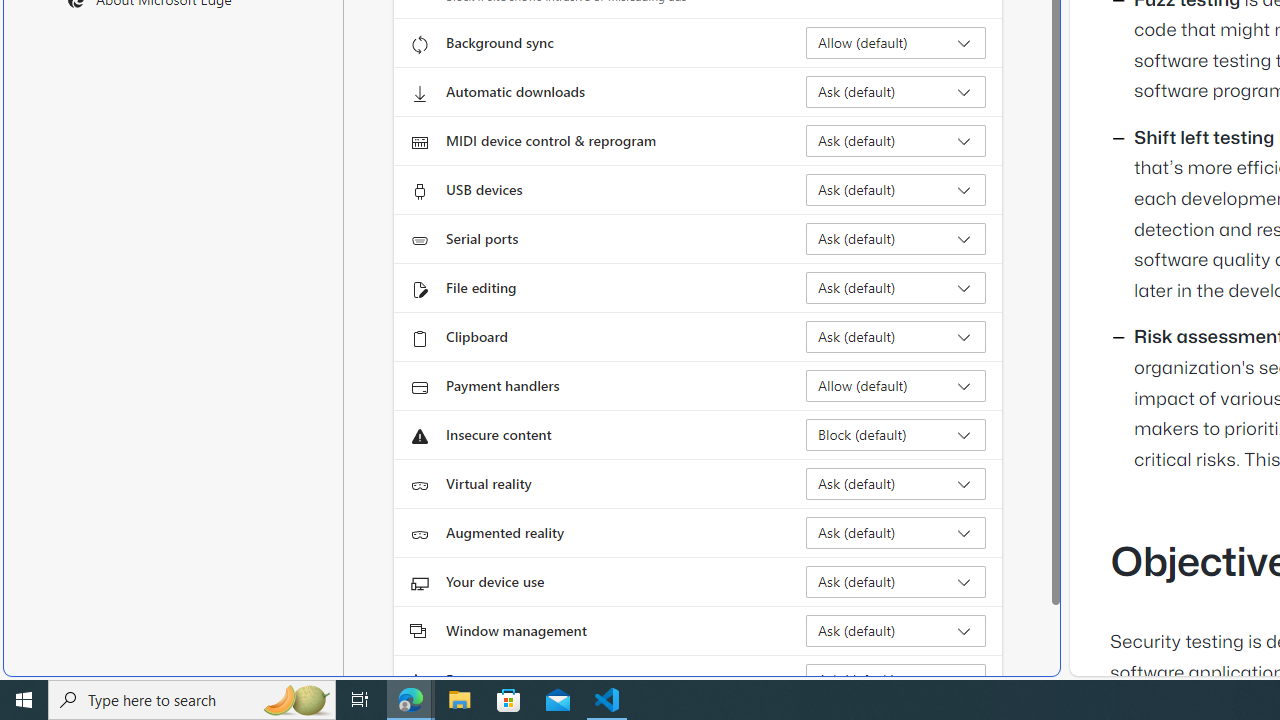  Describe the element at coordinates (895, 335) in the screenshot. I see `'Clipboard Ask (default)'` at that location.